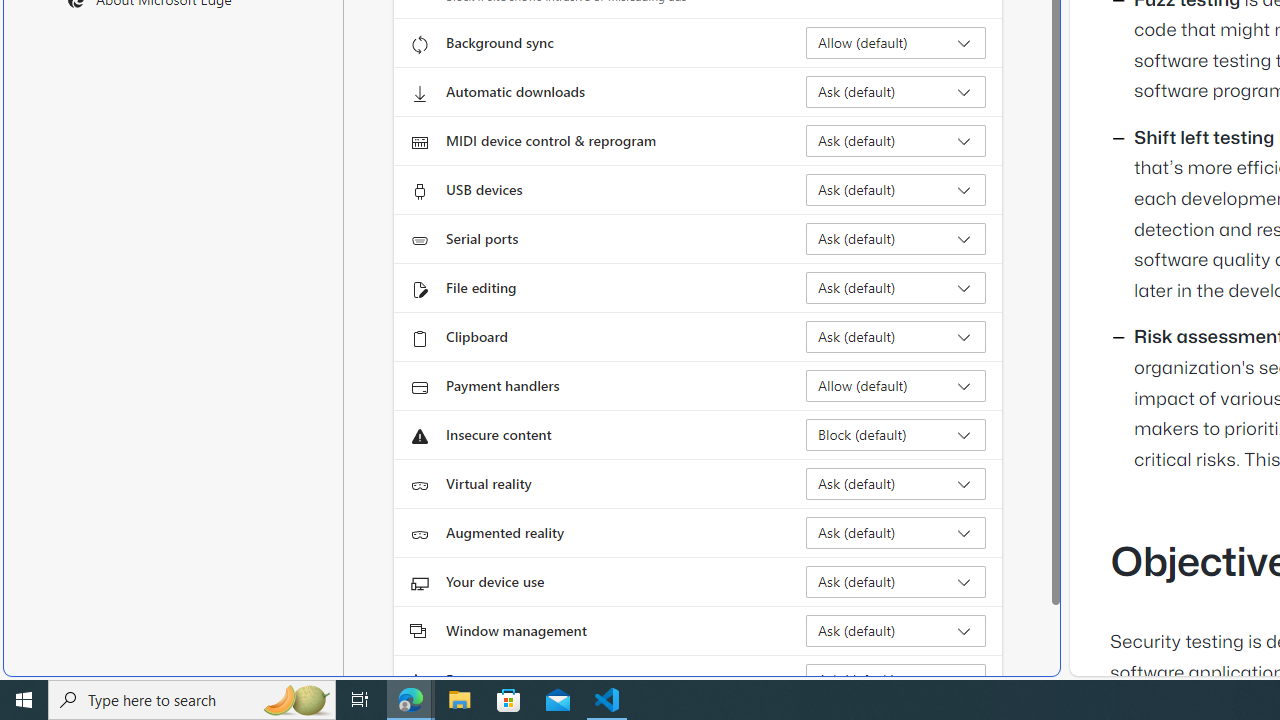  Describe the element at coordinates (895, 335) in the screenshot. I see `'Clipboard Ask (default)'` at that location.